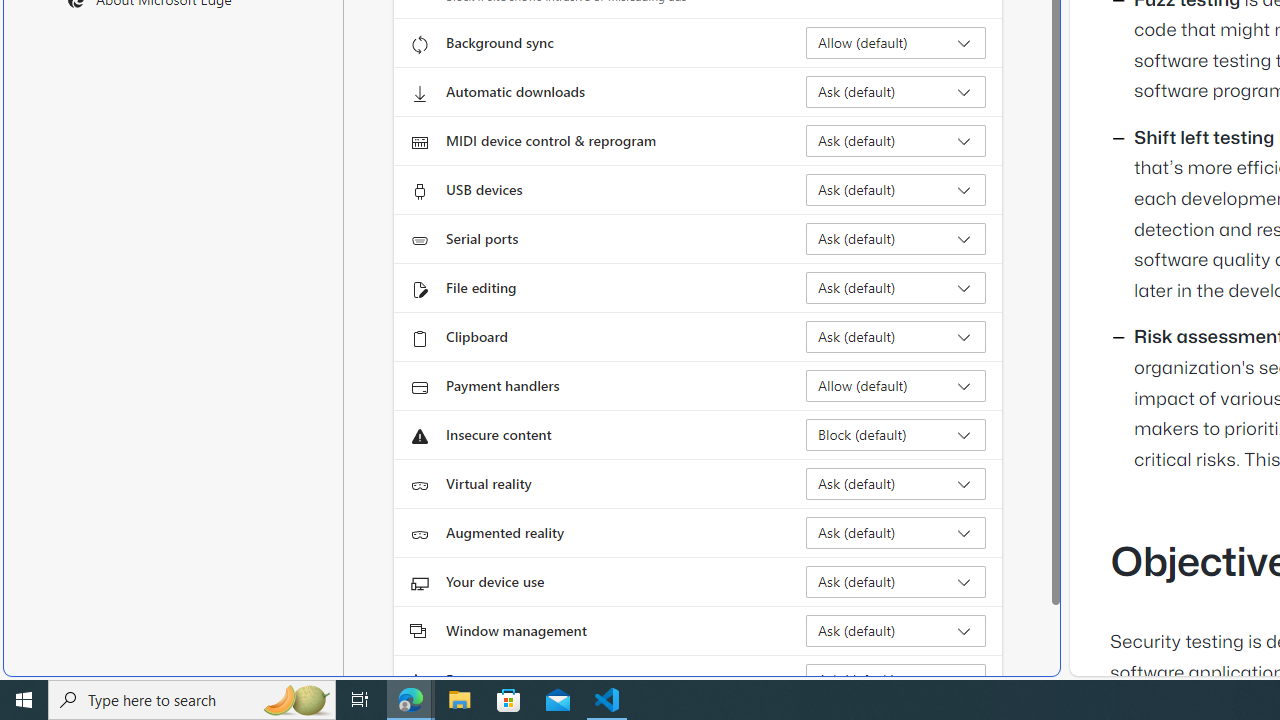  Describe the element at coordinates (895, 335) in the screenshot. I see `'Clipboard Ask (default)'` at that location.